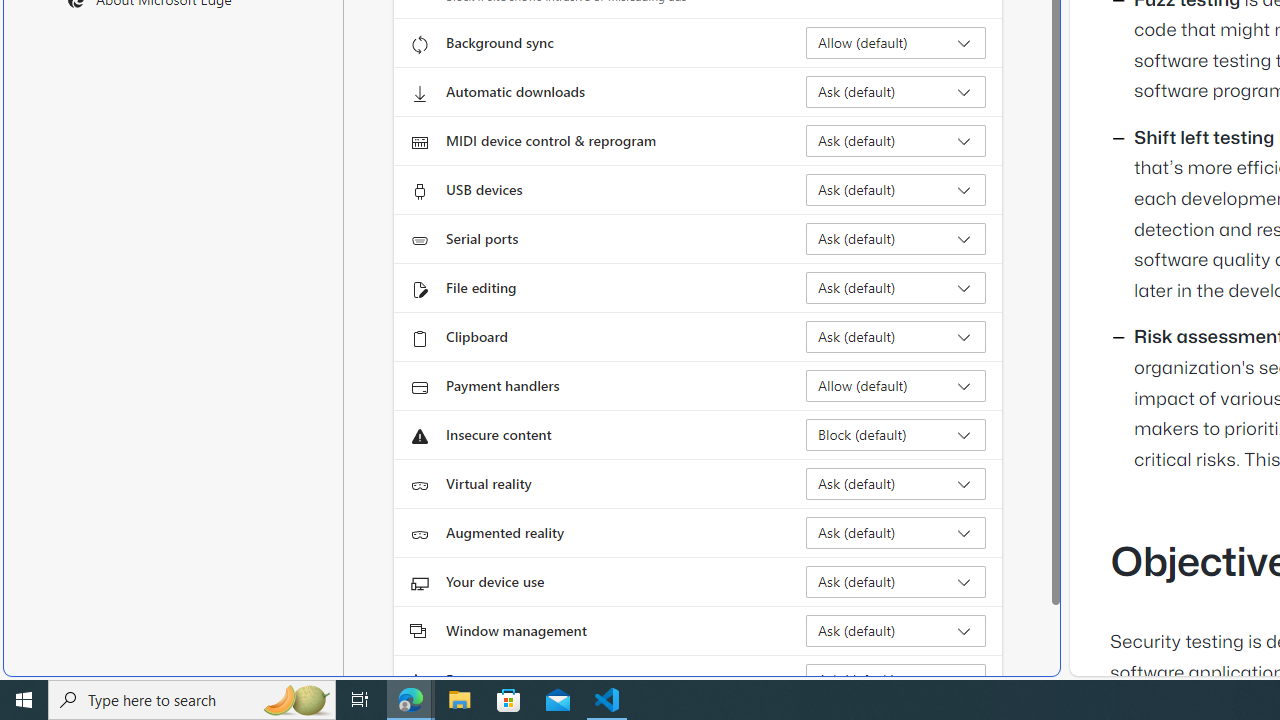  Describe the element at coordinates (895, 335) in the screenshot. I see `'Clipboard Ask (default)'` at that location.